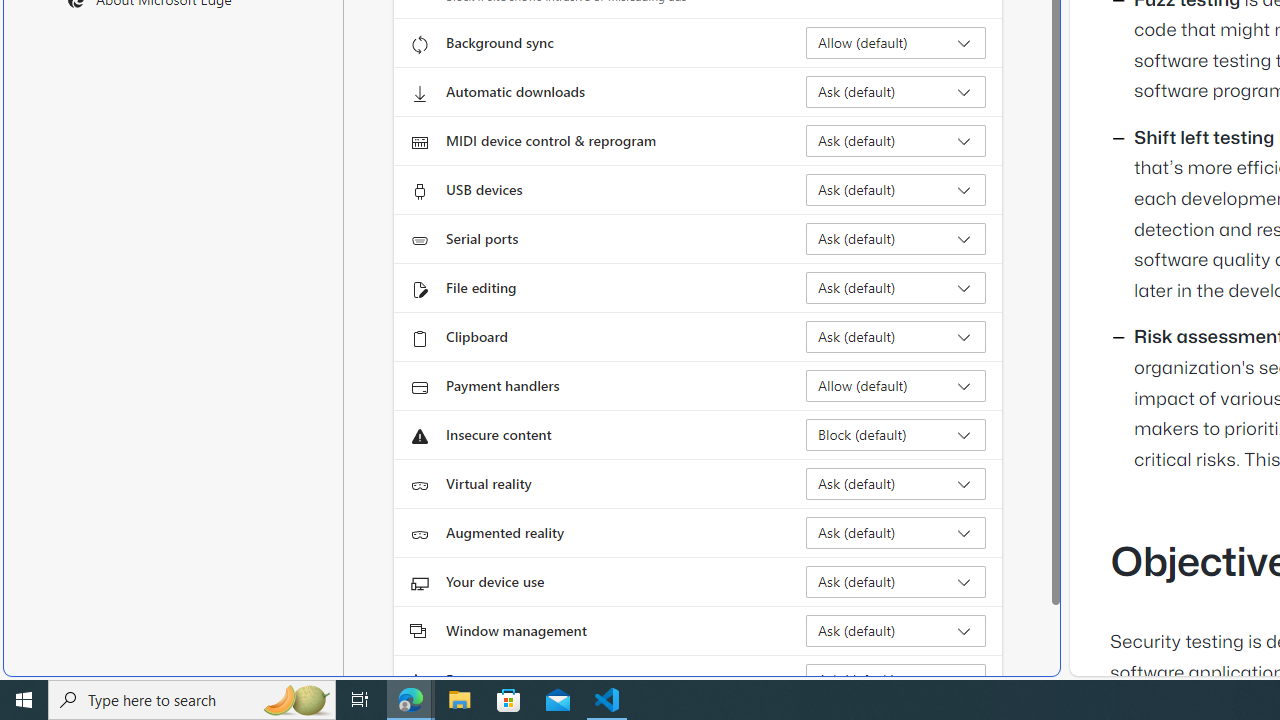  Describe the element at coordinates (895, 335) in the screenshot. I see `'Clipboard Ask (default)'` at that location.